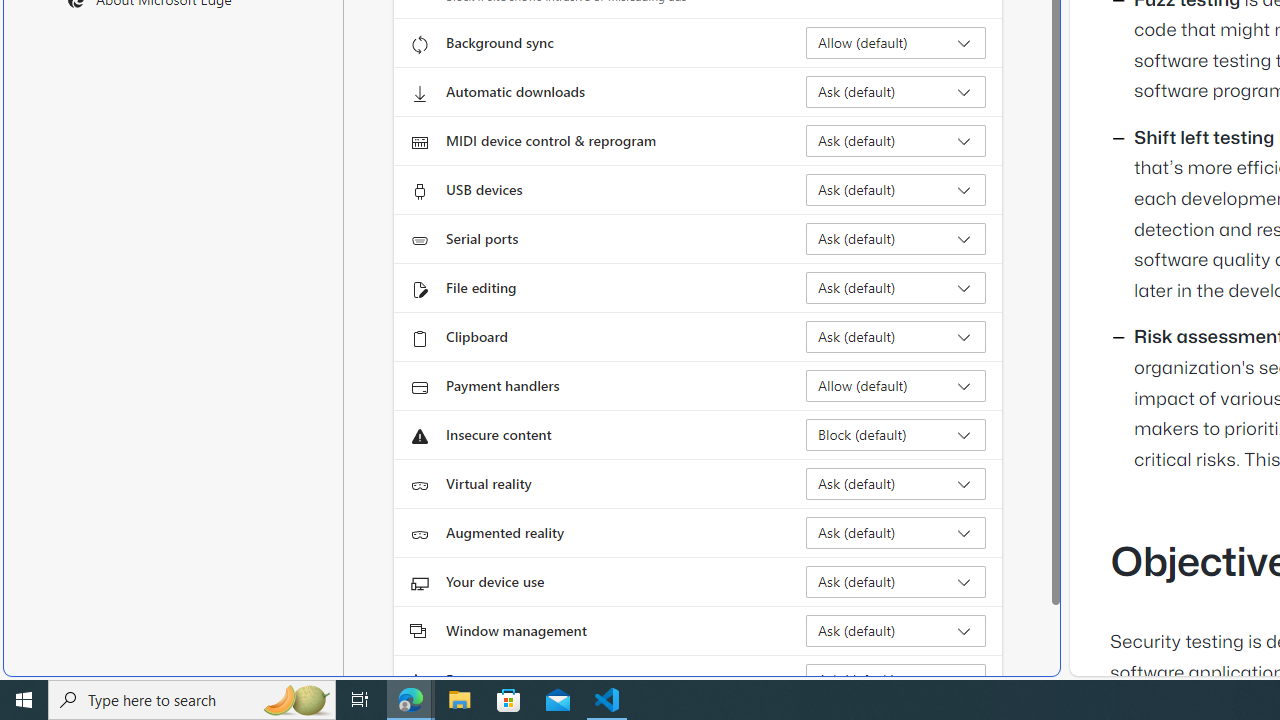  Describe the element at coordinates (895, 335) in the screenshot. I see `'Clipboard Ask (default)'` at that location.